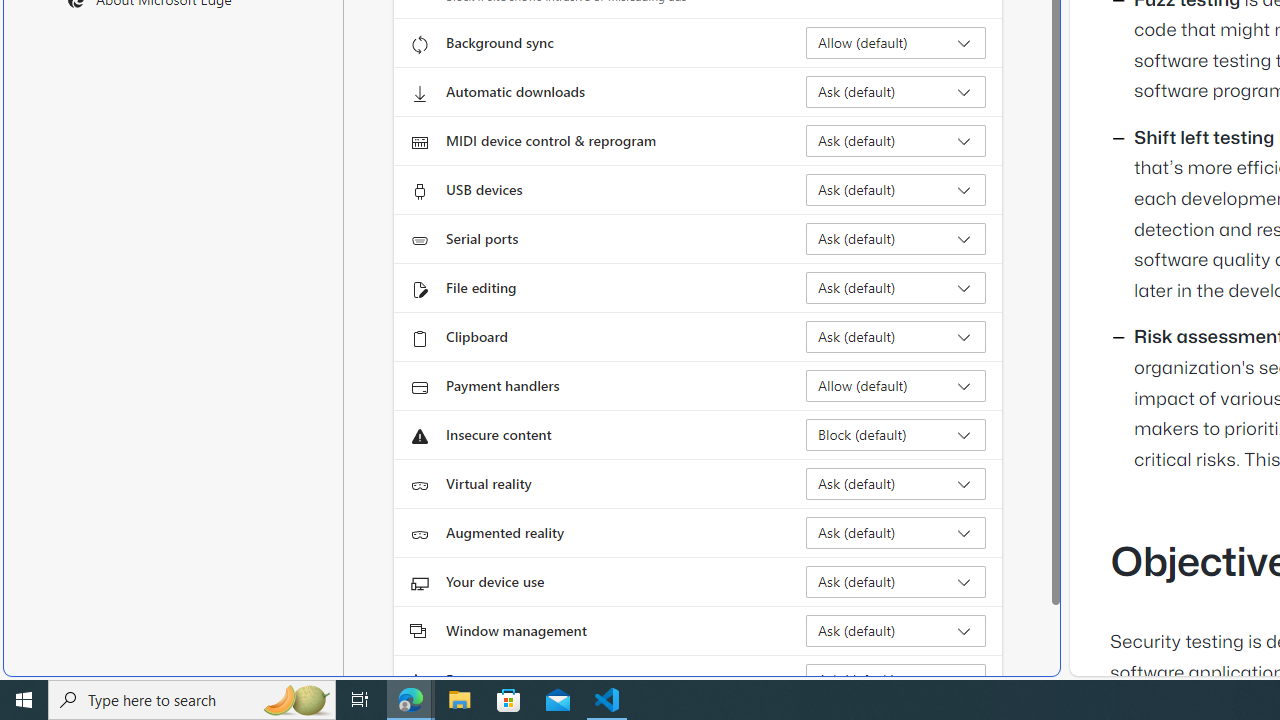  Describe the element at coordinates (895, 335) in the screenshot. I see `'Clipboard Ask (default)'` at that location.